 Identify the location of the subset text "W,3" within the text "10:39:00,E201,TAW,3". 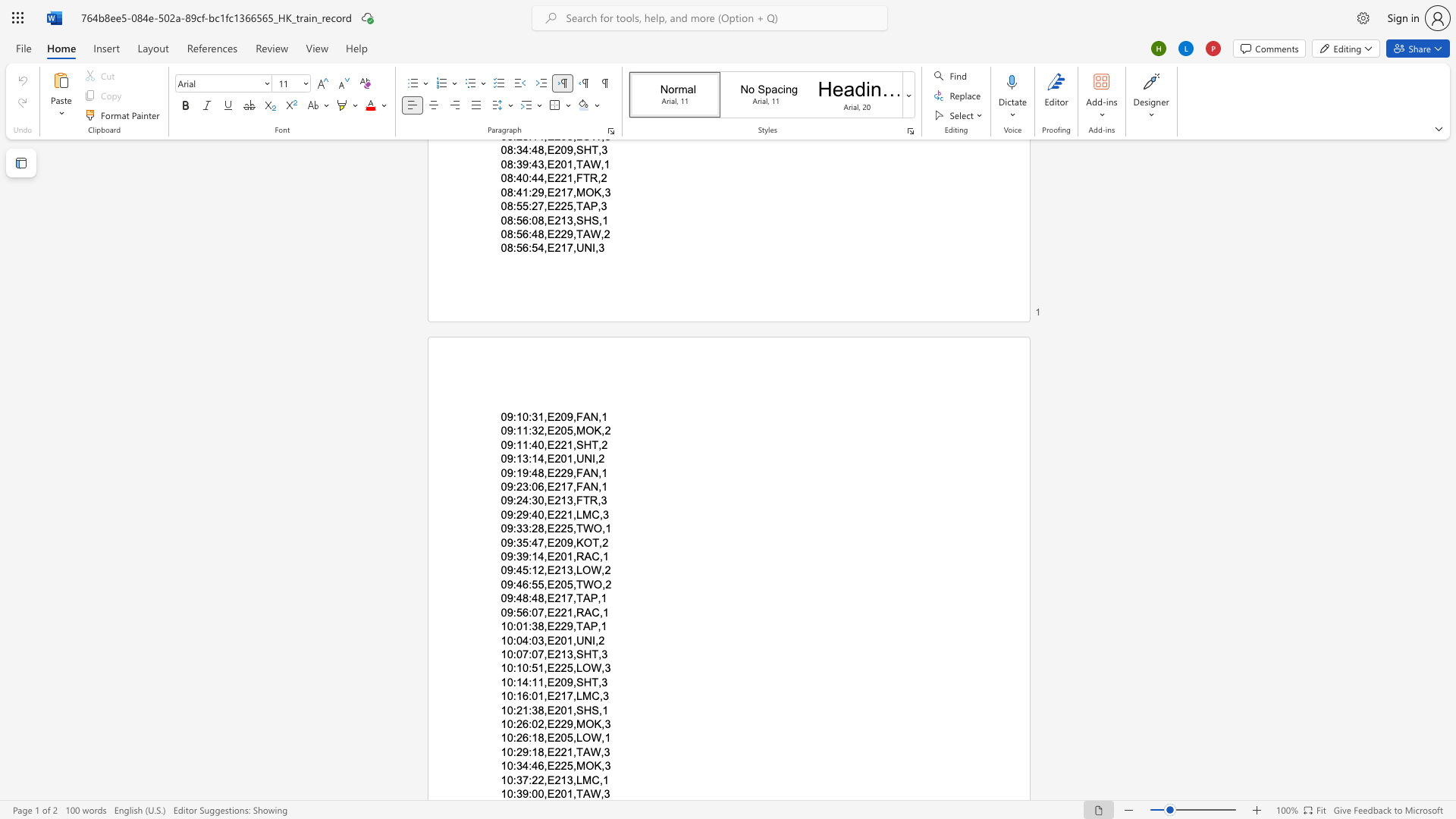
(589, 792).